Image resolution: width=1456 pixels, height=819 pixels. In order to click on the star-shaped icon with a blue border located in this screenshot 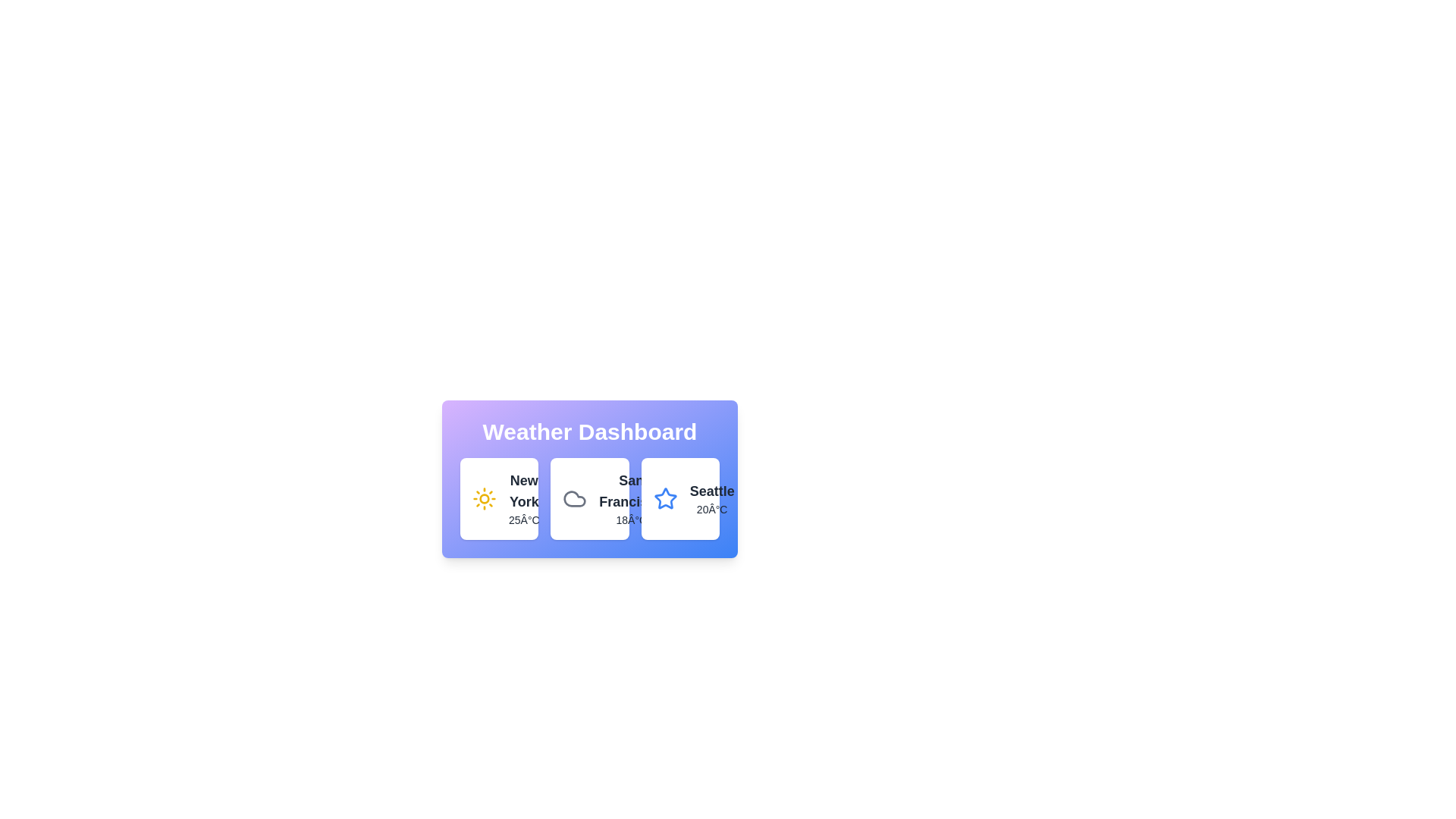, I will do `click(665, 498)`.